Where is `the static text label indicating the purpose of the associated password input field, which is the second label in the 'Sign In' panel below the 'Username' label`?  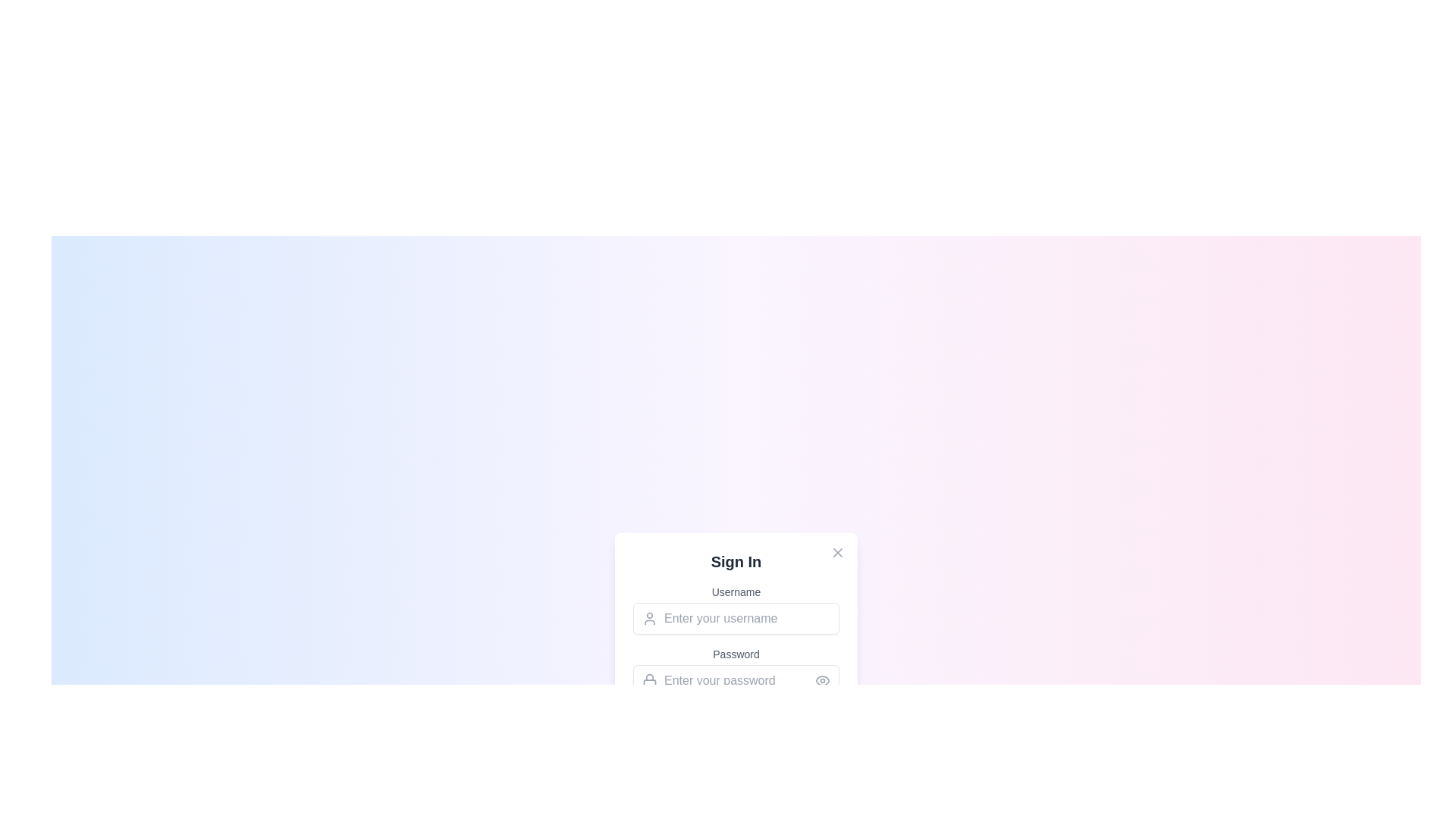
the static text label indicating the purpose of the associated password input field, which is the second label in the 'Sign In' panel below the 'Username' label is located at coordinates (736, 661).